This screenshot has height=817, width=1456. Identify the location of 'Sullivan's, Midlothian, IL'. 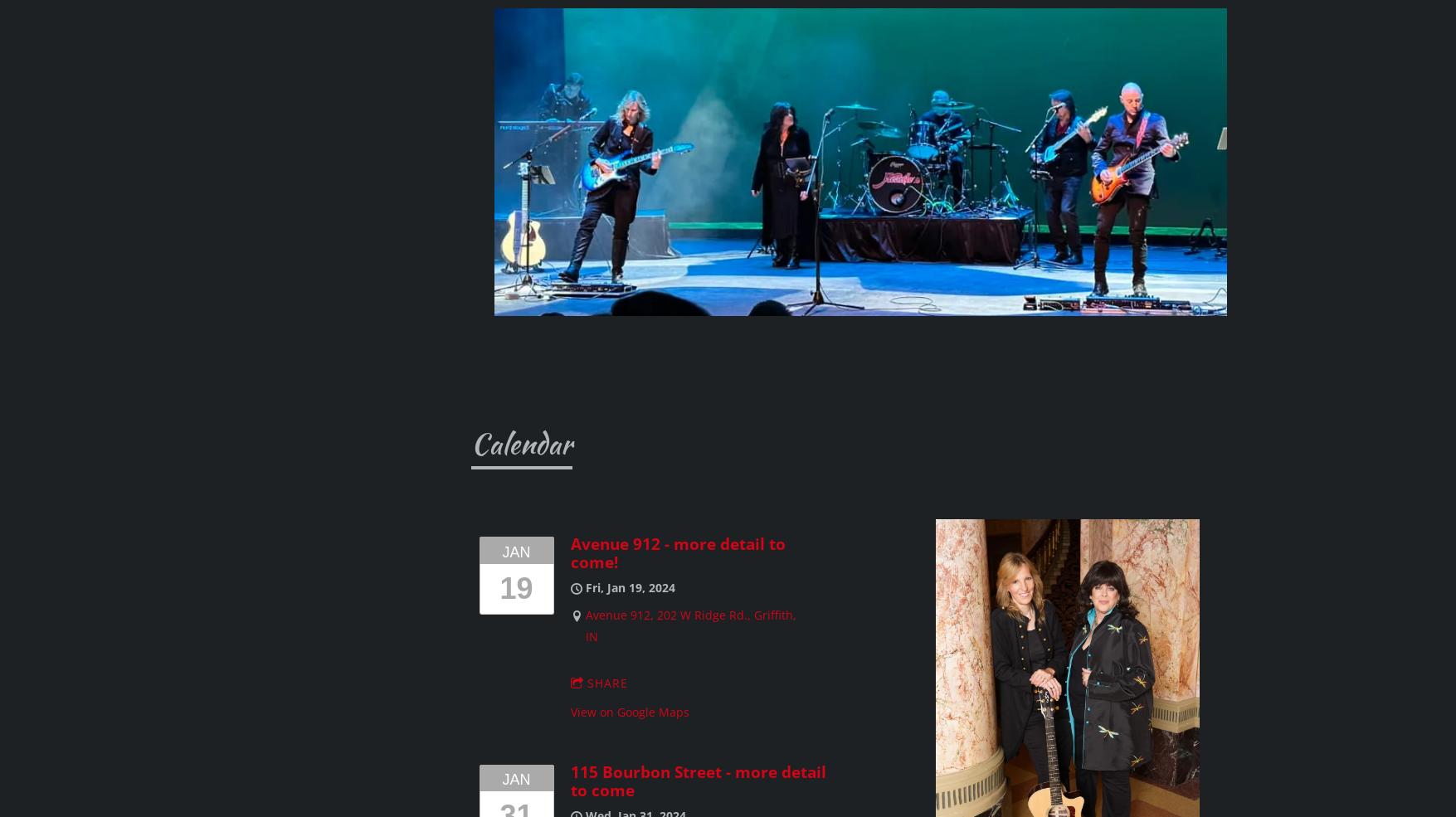
(526, 216).